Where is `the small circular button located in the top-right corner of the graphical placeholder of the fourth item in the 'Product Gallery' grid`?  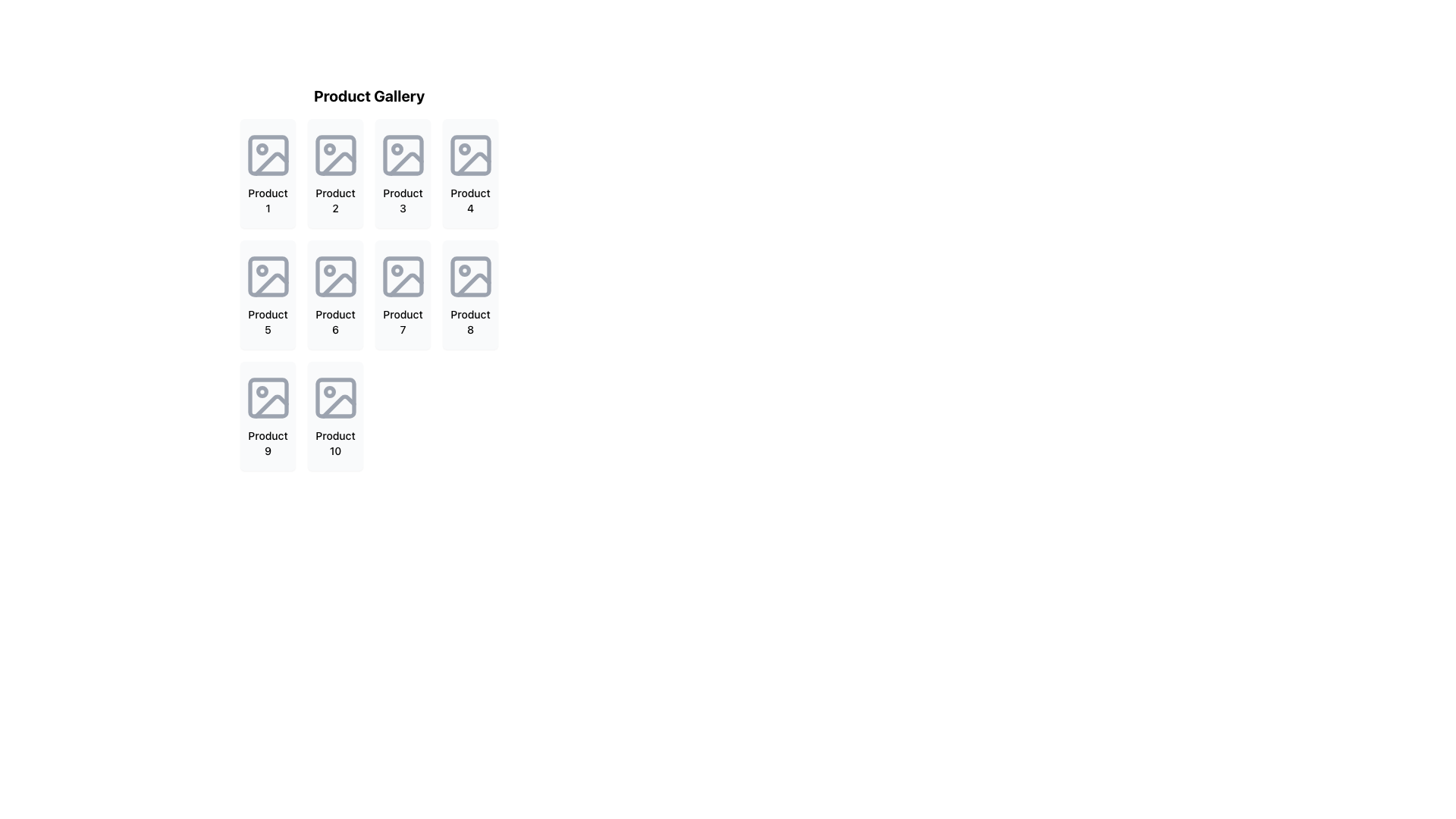
the small circular button located in the top-right corner of the graphical placeholder of the fourth item in the 'Product Gallery' grid is located at coordinates (463, 149).